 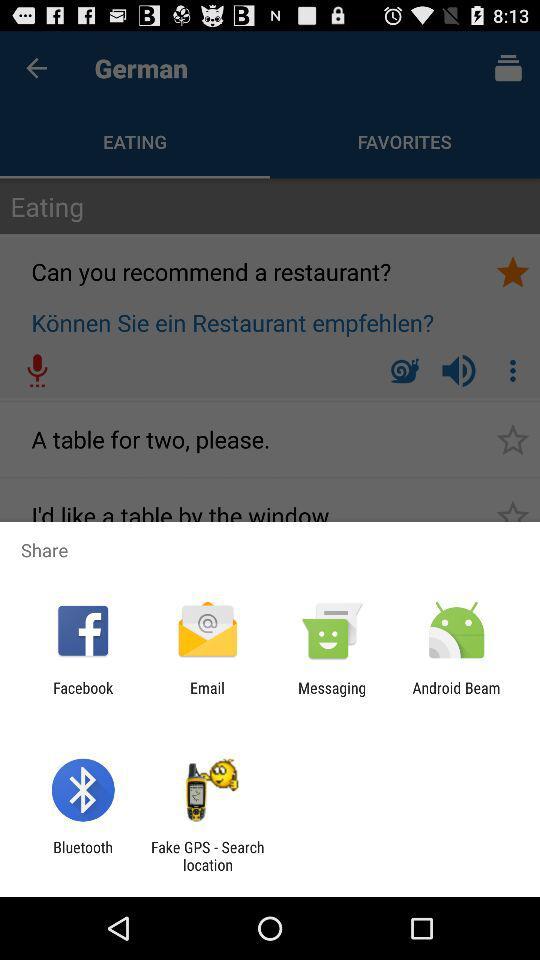 What do you see at coordinates (332, 696) in the screenshot?
I see `icon next to android beam` at bounding box center [332, 696].